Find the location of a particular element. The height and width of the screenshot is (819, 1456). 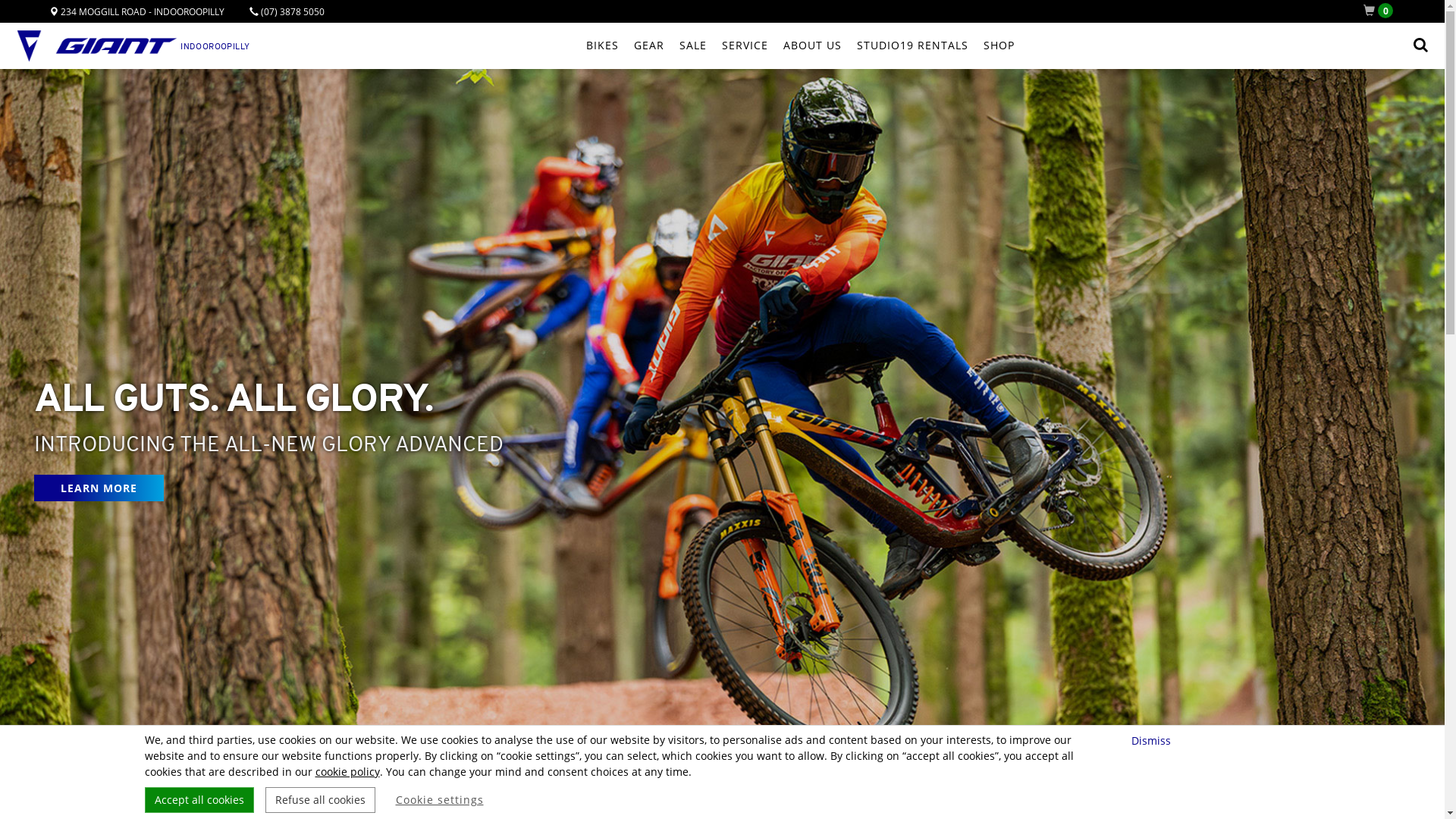

'Cookie settings' is located at coordinates (439, 799).